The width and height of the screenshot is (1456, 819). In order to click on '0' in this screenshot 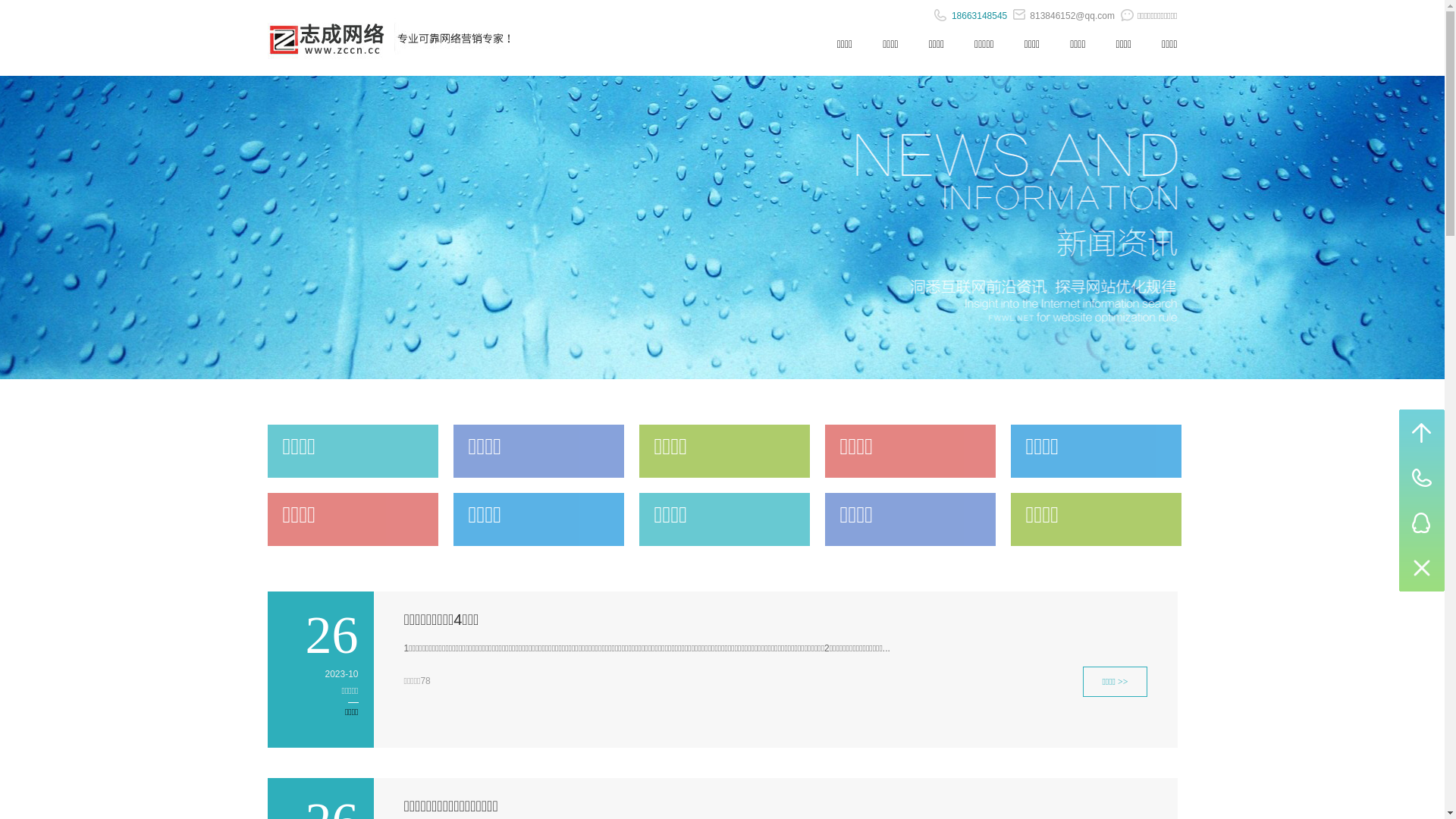, I will do `click(1421, 568)`.